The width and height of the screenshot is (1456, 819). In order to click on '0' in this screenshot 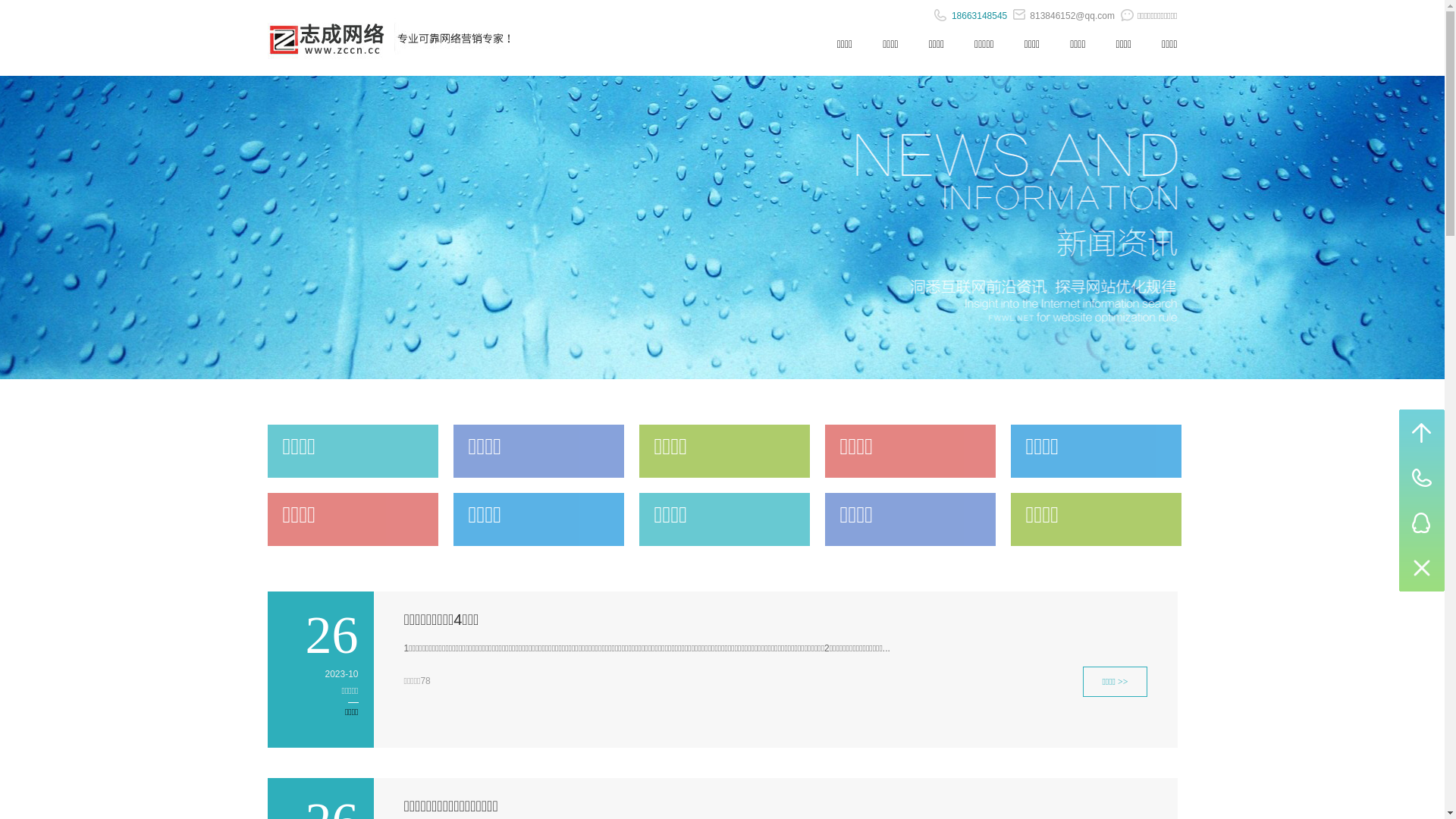, I will do `click(1421, 568)`.